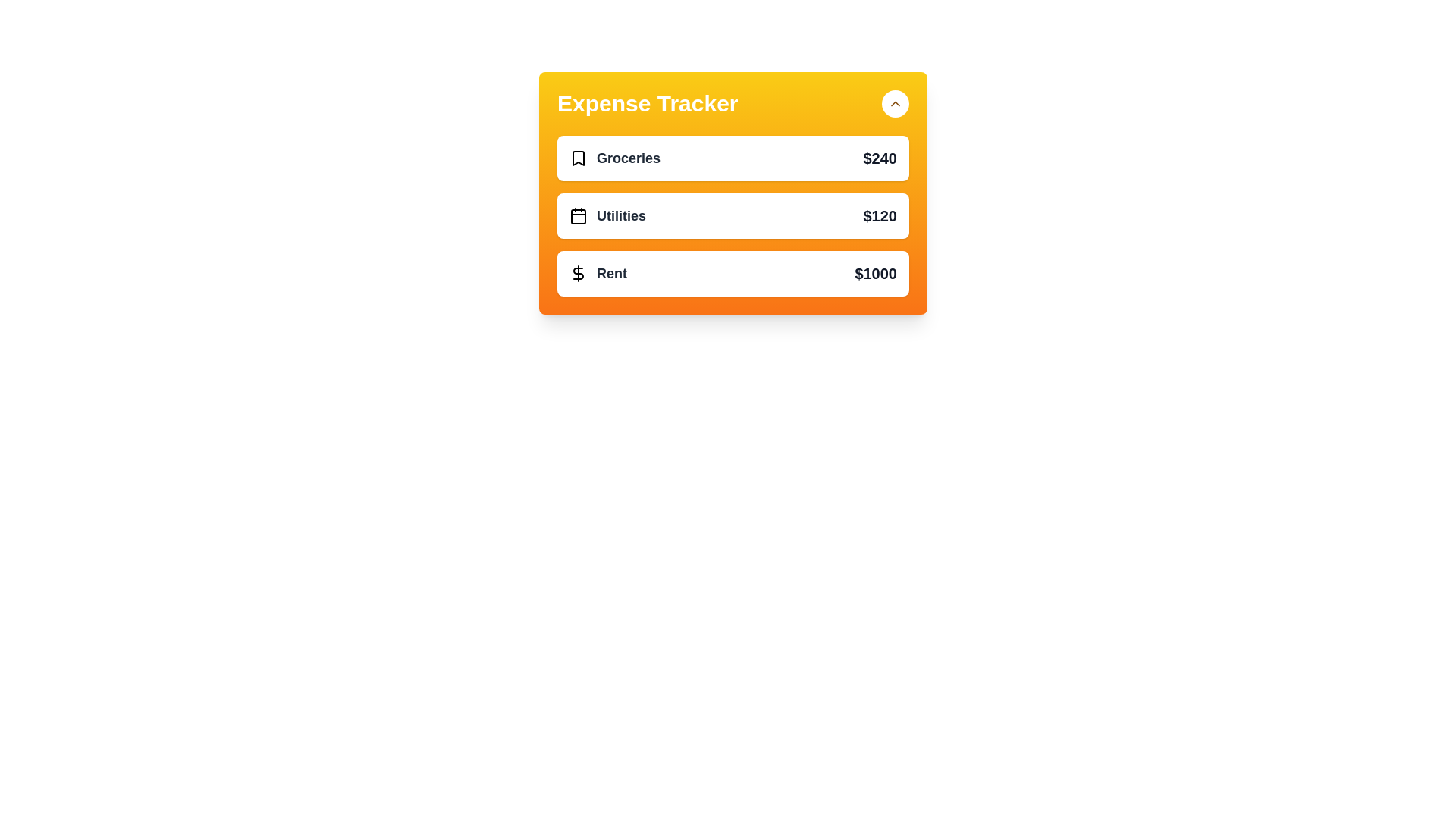  Describe the element at coordinates (733, 158) in the screenshot. I see `the 'Groceries' expense item to observe the hover effect` at that location.